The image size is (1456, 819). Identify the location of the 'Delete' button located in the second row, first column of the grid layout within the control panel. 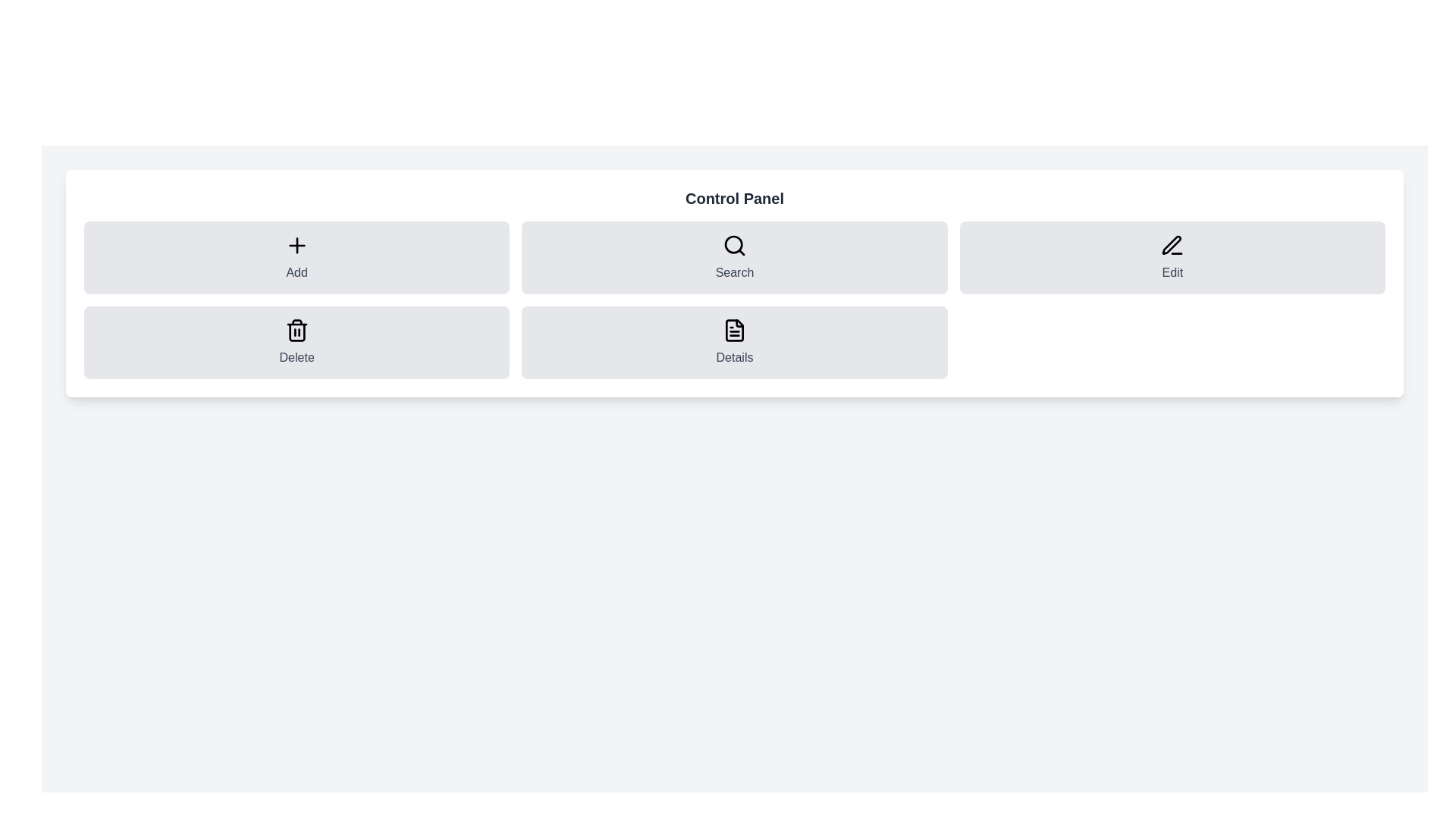
(297, 342).